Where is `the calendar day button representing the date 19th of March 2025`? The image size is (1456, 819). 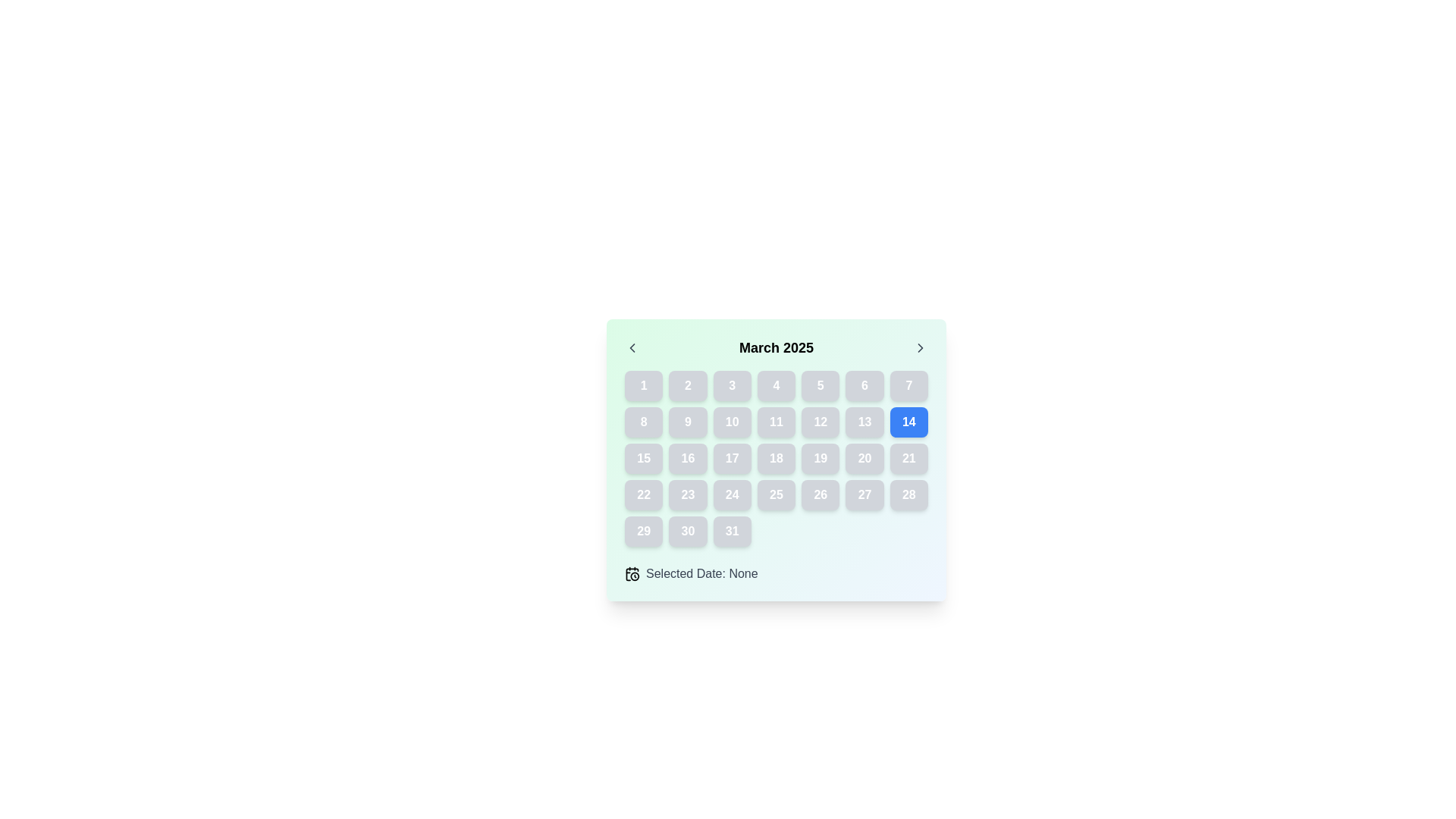 the calendar day button representing the date 19th of March 2025 is located at coordinates (820, 458).